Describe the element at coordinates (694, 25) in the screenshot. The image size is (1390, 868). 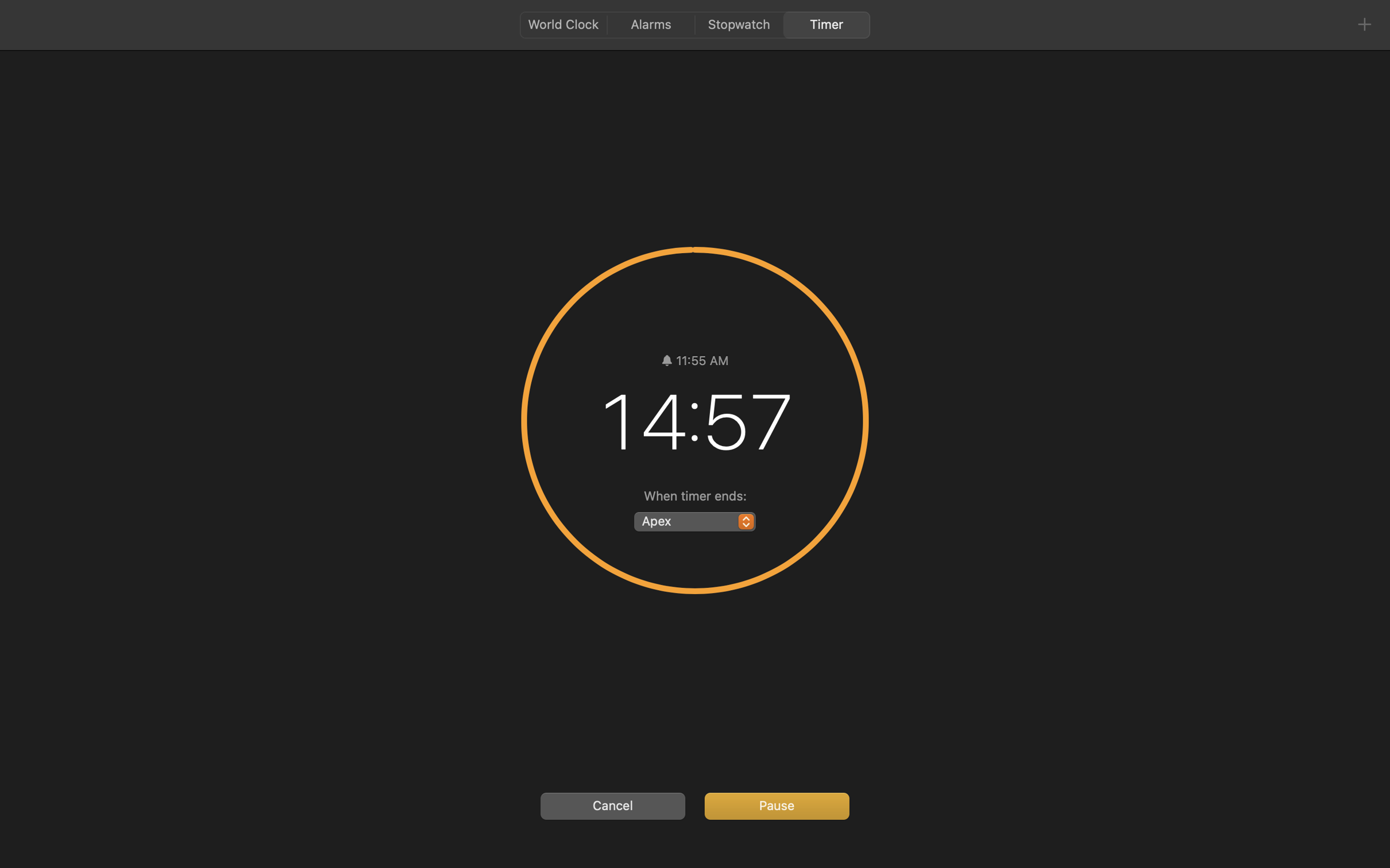
I see `'<AXUIElement 0x10f0f4890> {pid=1597}'` at that location.